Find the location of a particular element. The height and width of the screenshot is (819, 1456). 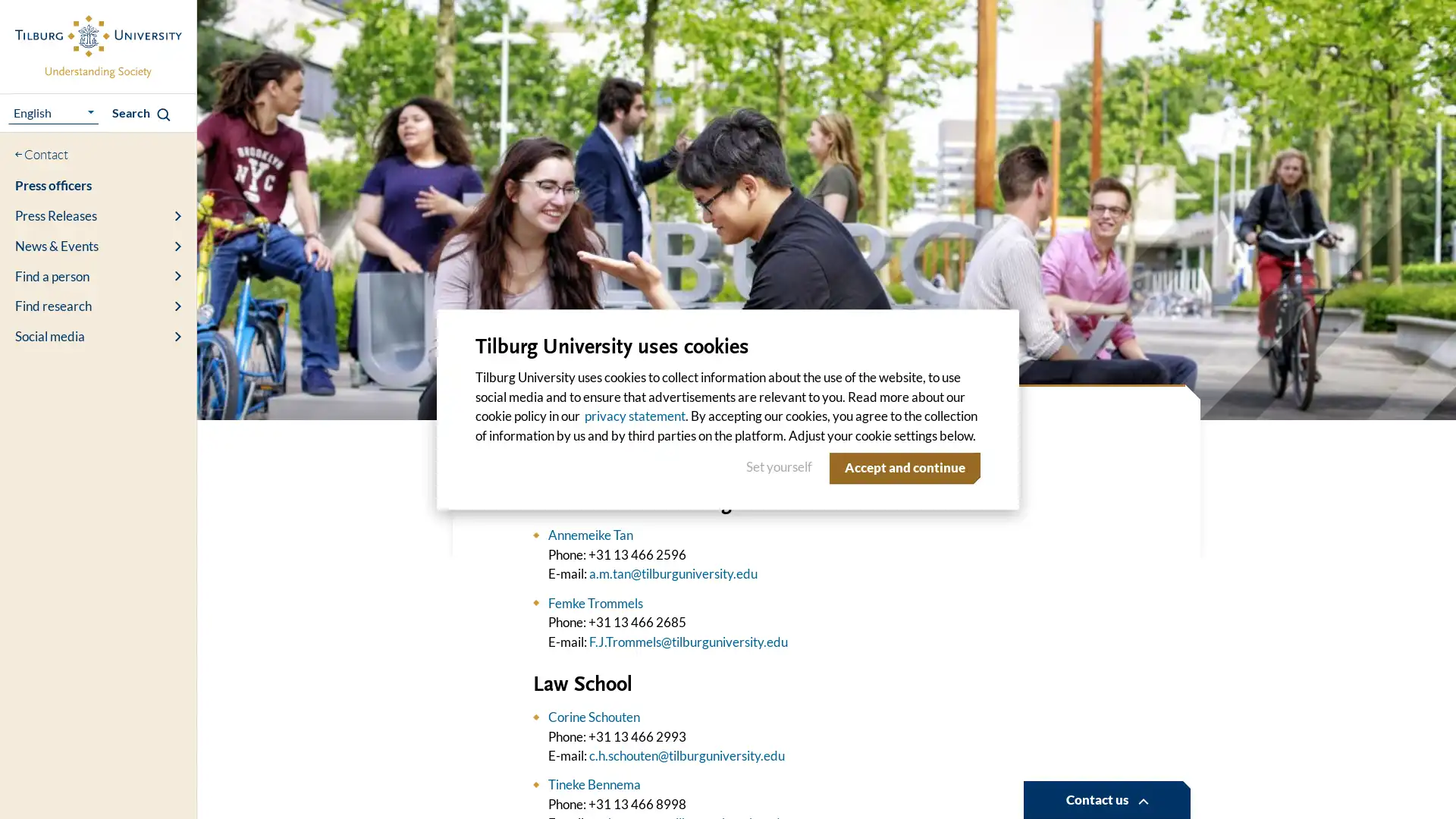

Accept and continue is located at coordinates (902, 467).